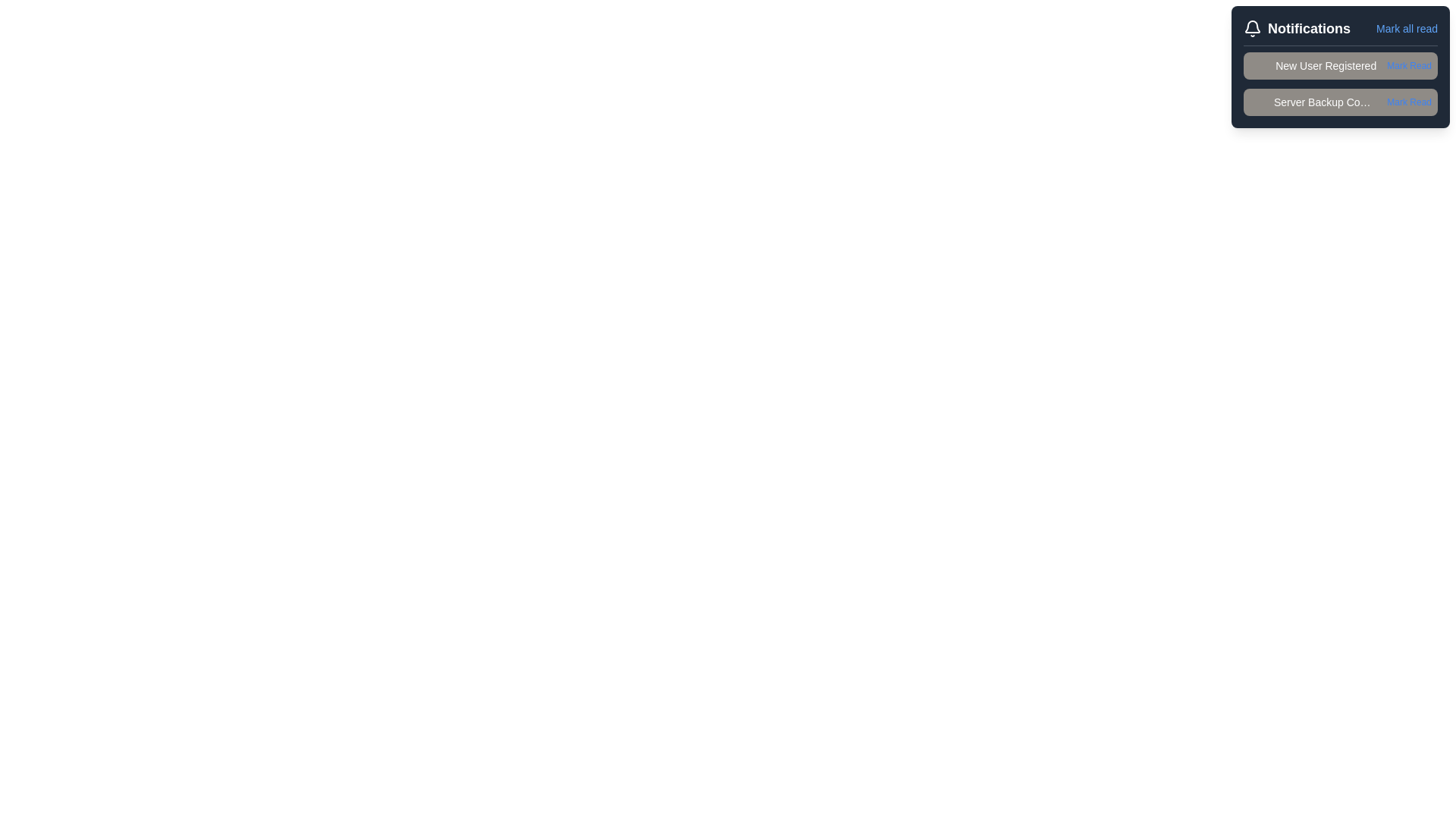 This screenshot has height=819, width=1456. What do you see at coordinates (1408, 102) in the screenshot?
I see `the text link on the far-right side of the 'Server Backup Completed' notification to mark it as read` at bounding box center [1408, 102].